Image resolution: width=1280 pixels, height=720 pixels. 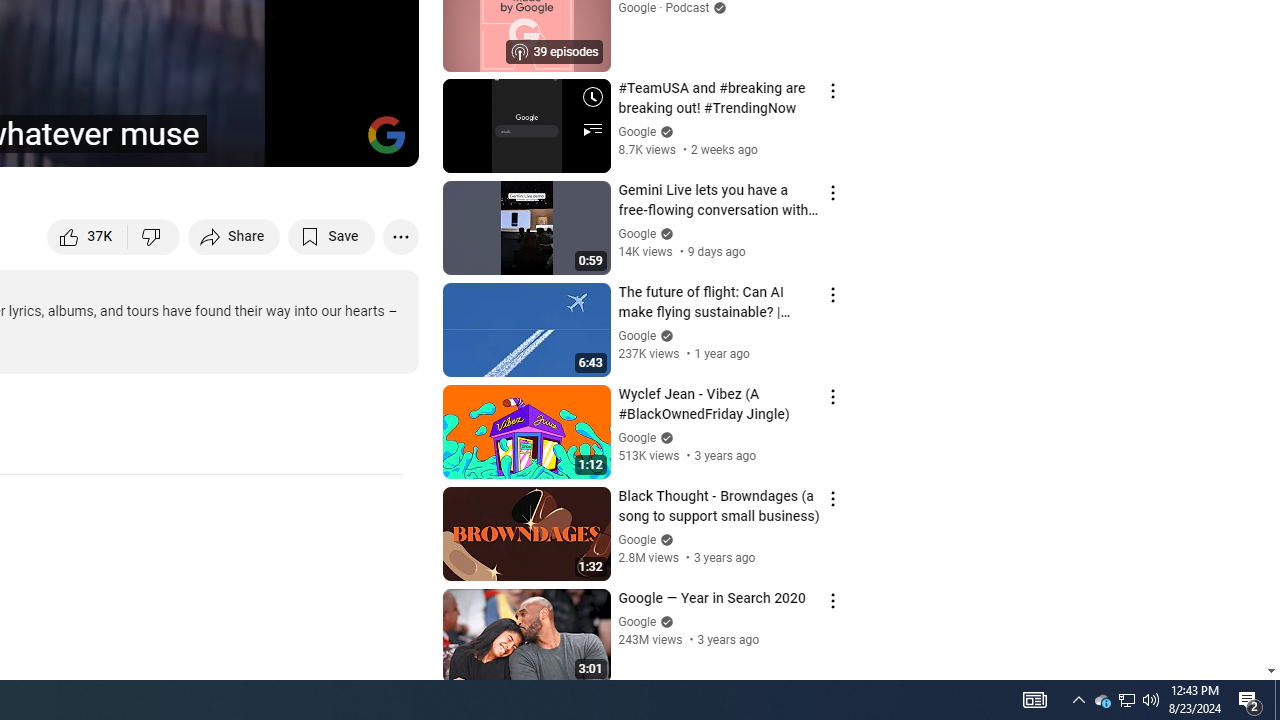 I want to click on 'Channel watermark', so click(x=386, y=135).